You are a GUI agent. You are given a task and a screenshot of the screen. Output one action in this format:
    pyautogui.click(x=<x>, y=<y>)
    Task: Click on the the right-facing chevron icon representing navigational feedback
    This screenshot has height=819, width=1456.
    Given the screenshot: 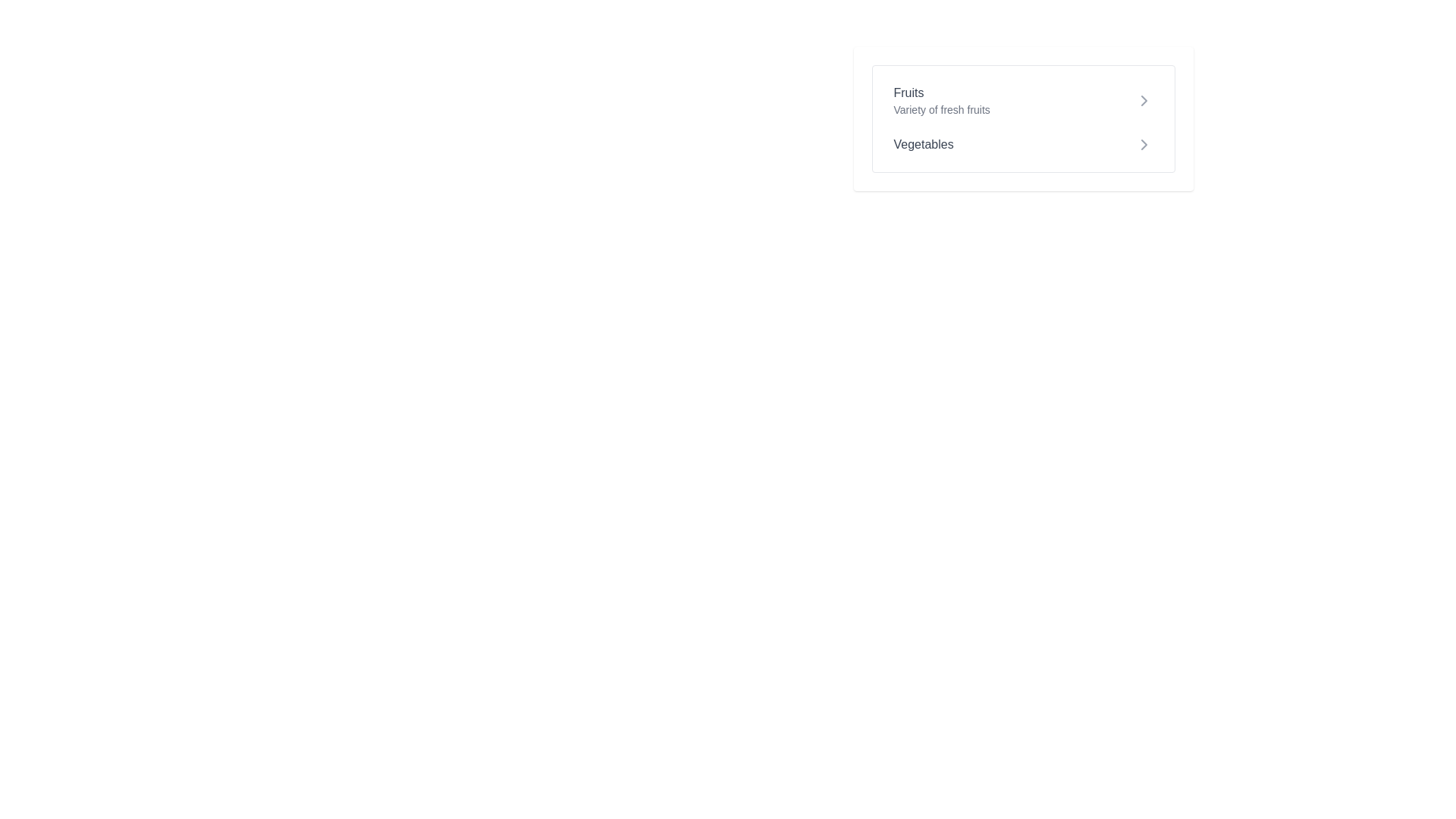 What is the action you would take?
    pyautogui.click(x=1144, y=145)
    